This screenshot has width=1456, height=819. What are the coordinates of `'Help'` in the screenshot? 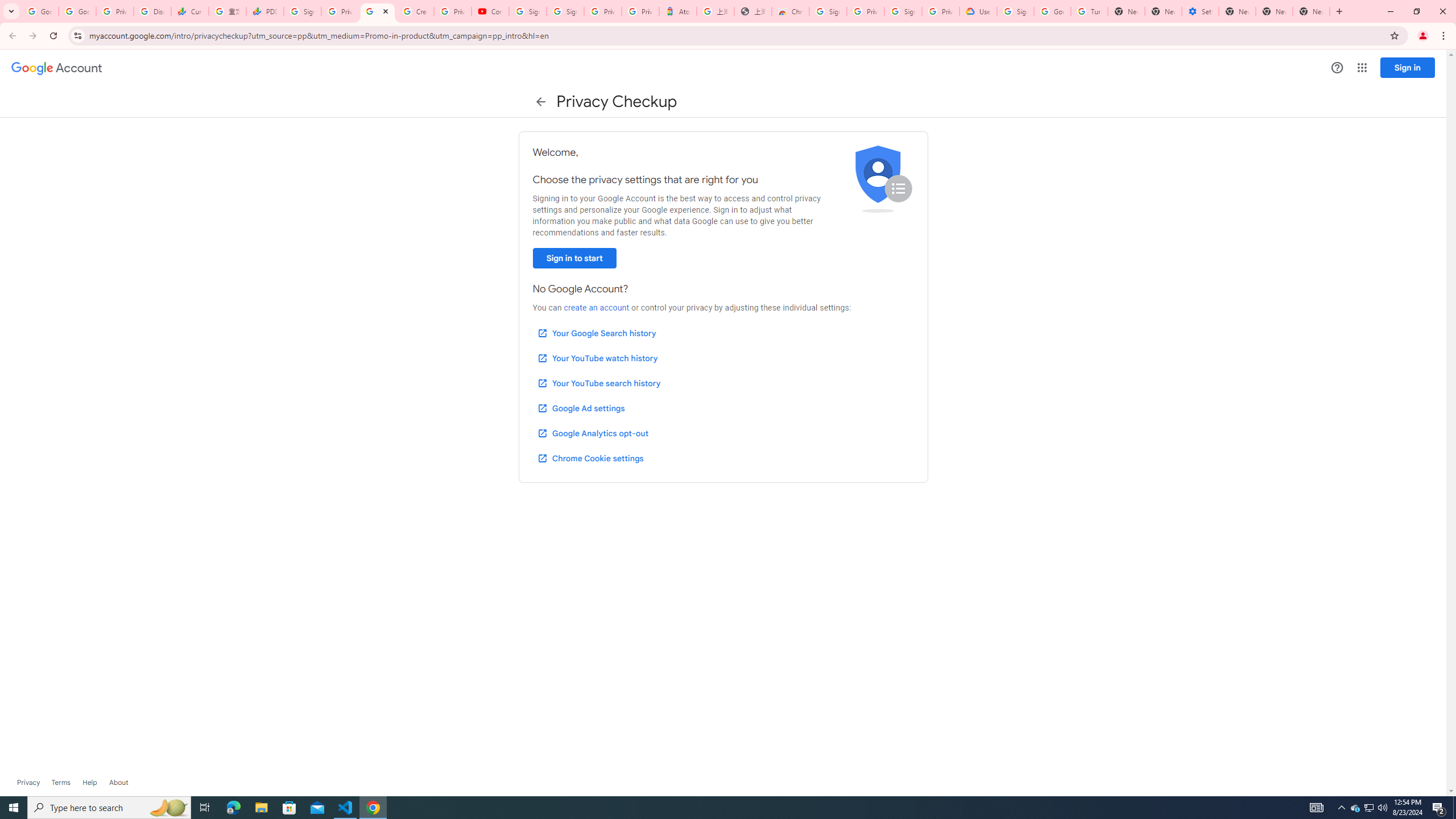 It's located at (89, 781).